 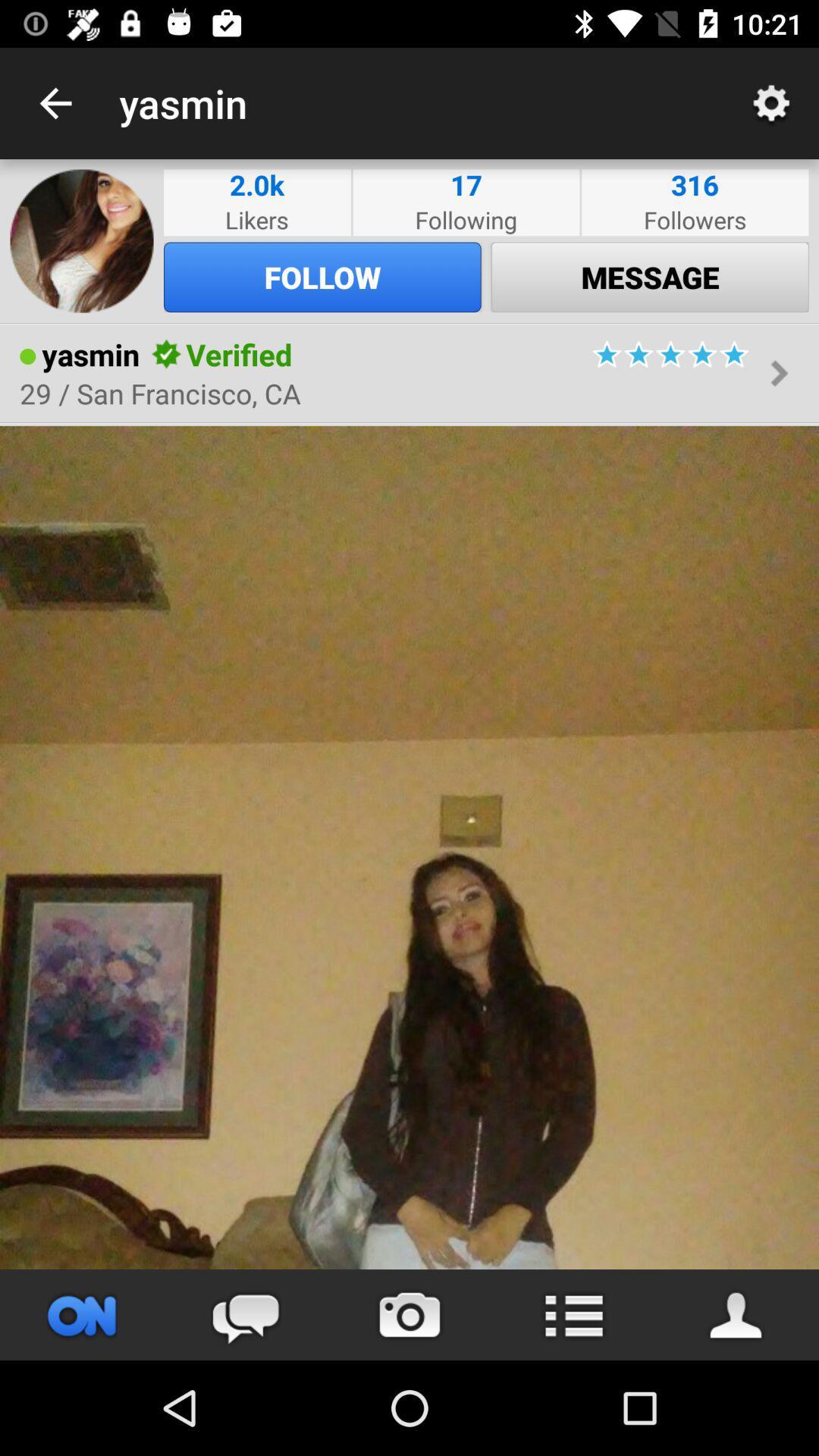 What do you see at coordinates (695, 218) in the screenshot?
I see `the followers` at bounding box center [695, 218].